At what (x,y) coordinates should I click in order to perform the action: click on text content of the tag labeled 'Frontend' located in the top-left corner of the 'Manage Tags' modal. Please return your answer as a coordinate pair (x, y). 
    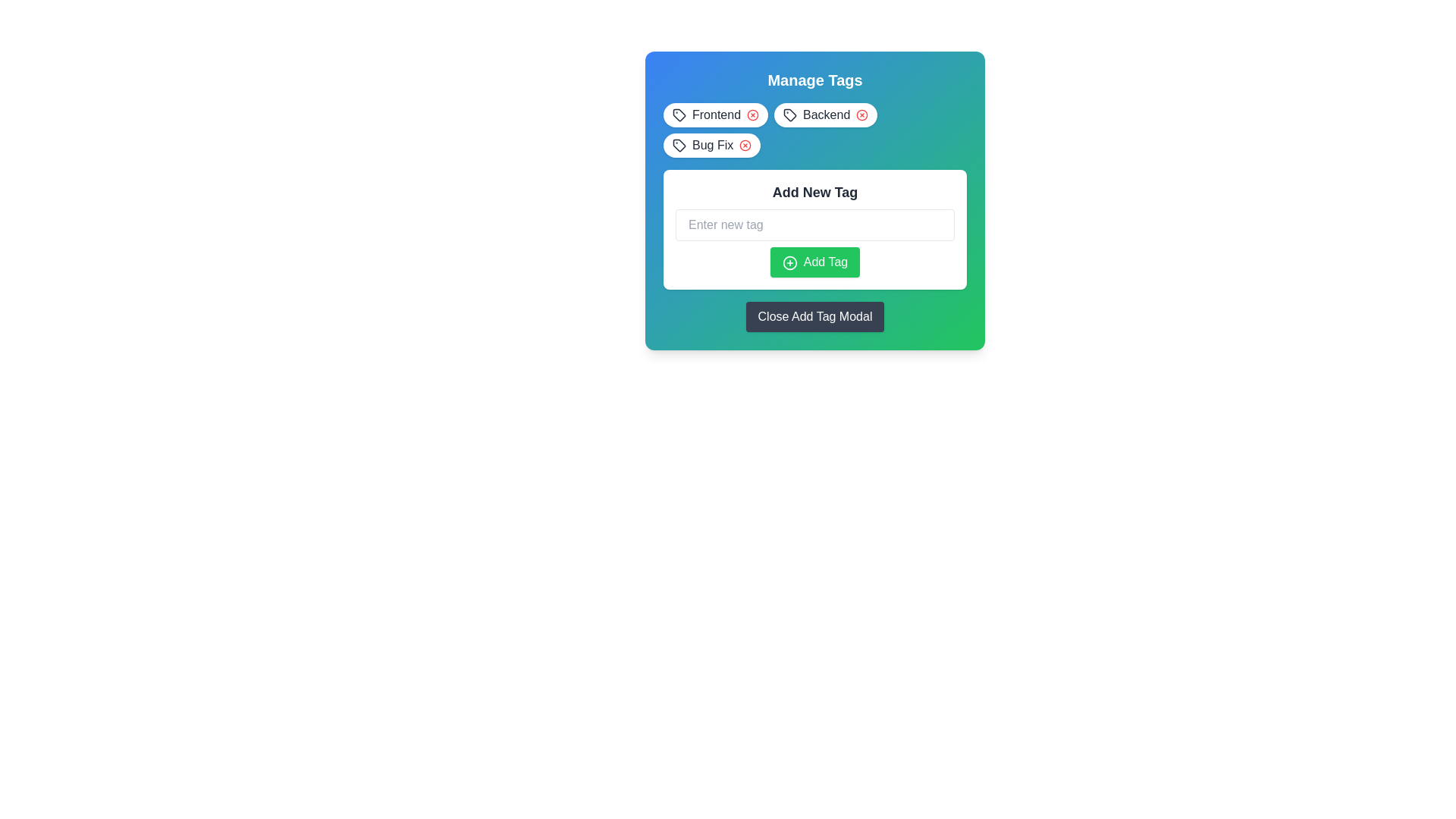
    Looking at the image, I should click on (716, 114).